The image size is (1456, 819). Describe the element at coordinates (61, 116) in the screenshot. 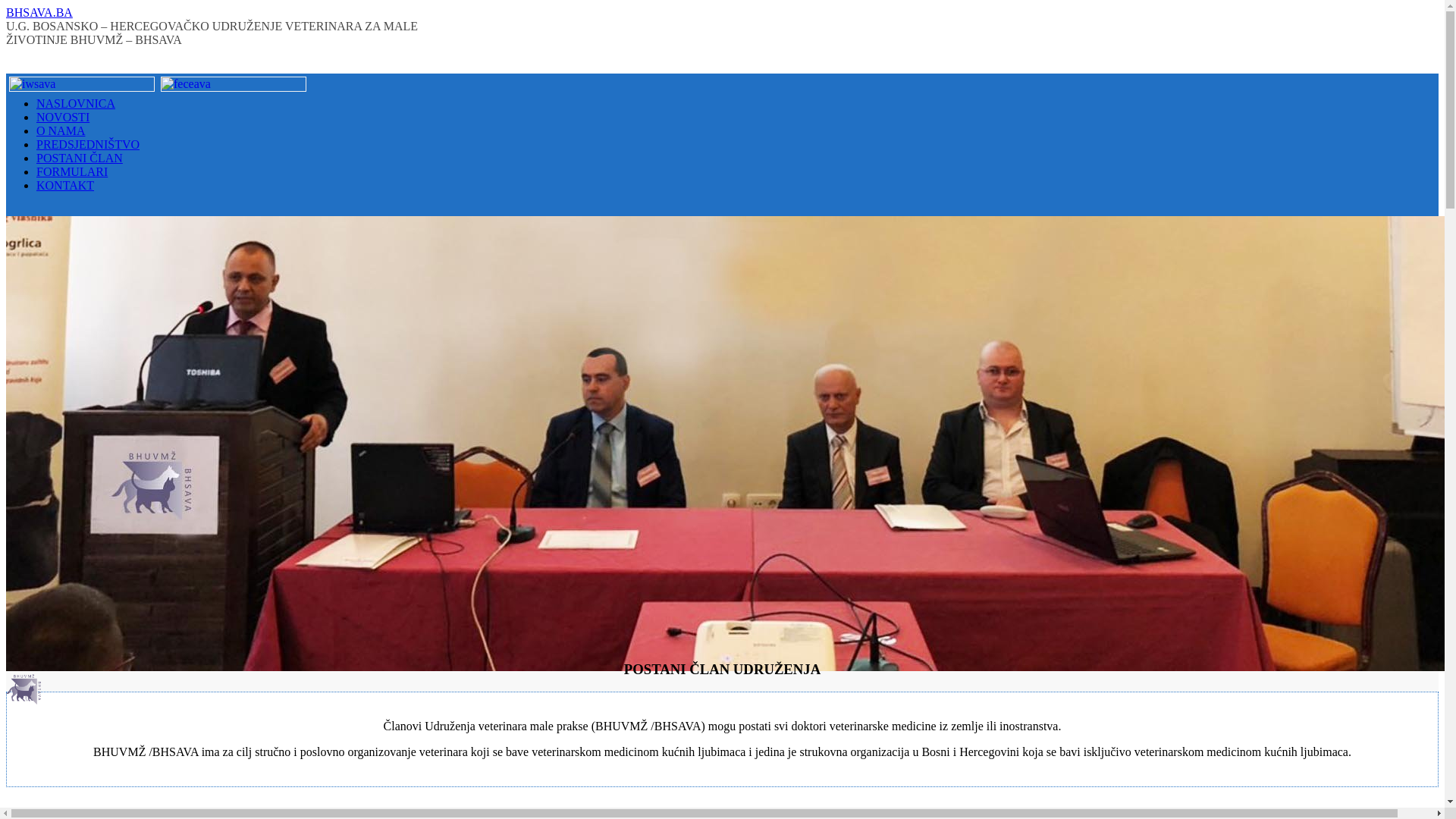

I see `'NOVOSTI'` at that location.